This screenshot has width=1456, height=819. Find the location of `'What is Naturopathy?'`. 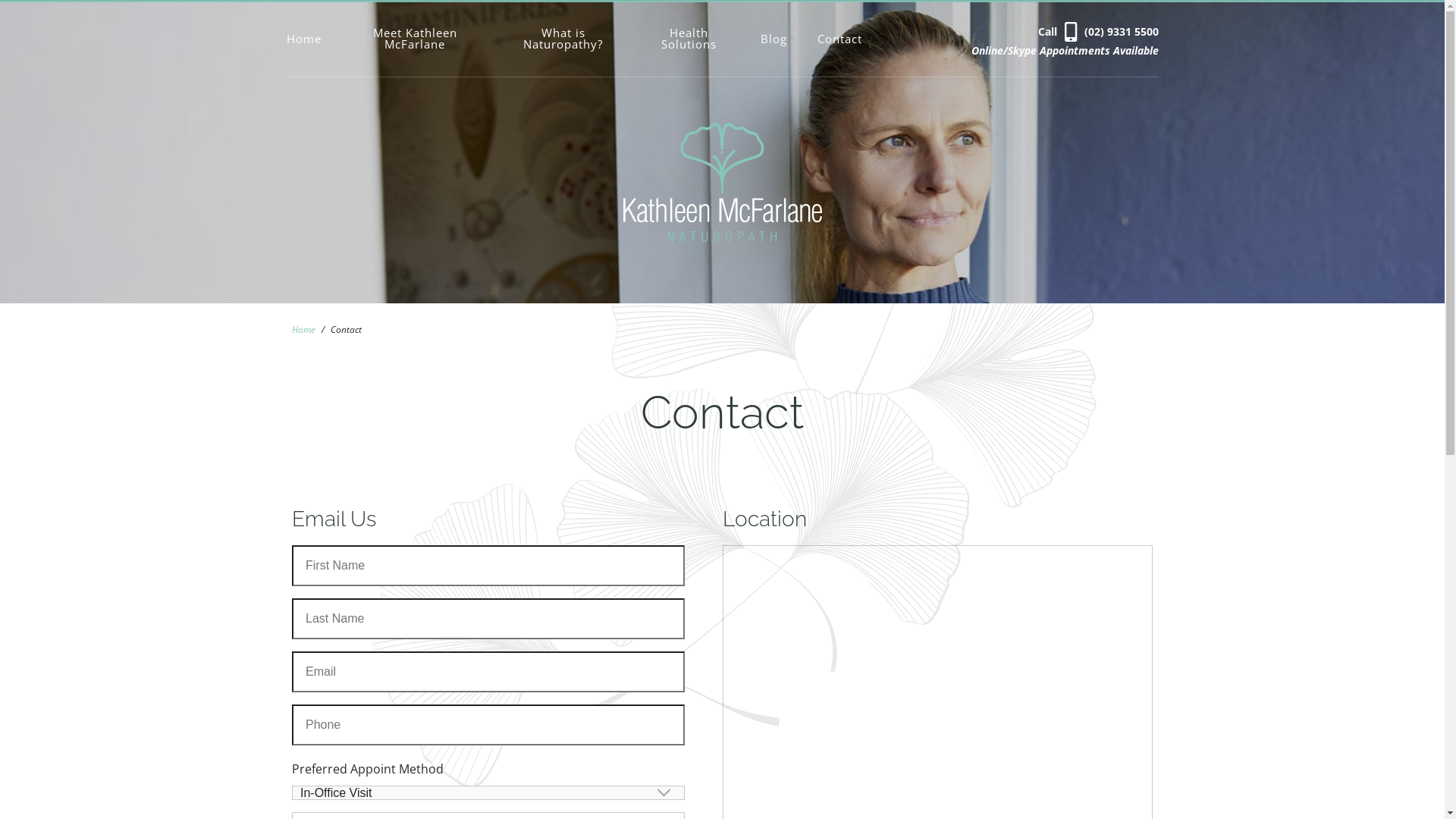

'What is Naturopathy?' is located at coordinates (562, 37).